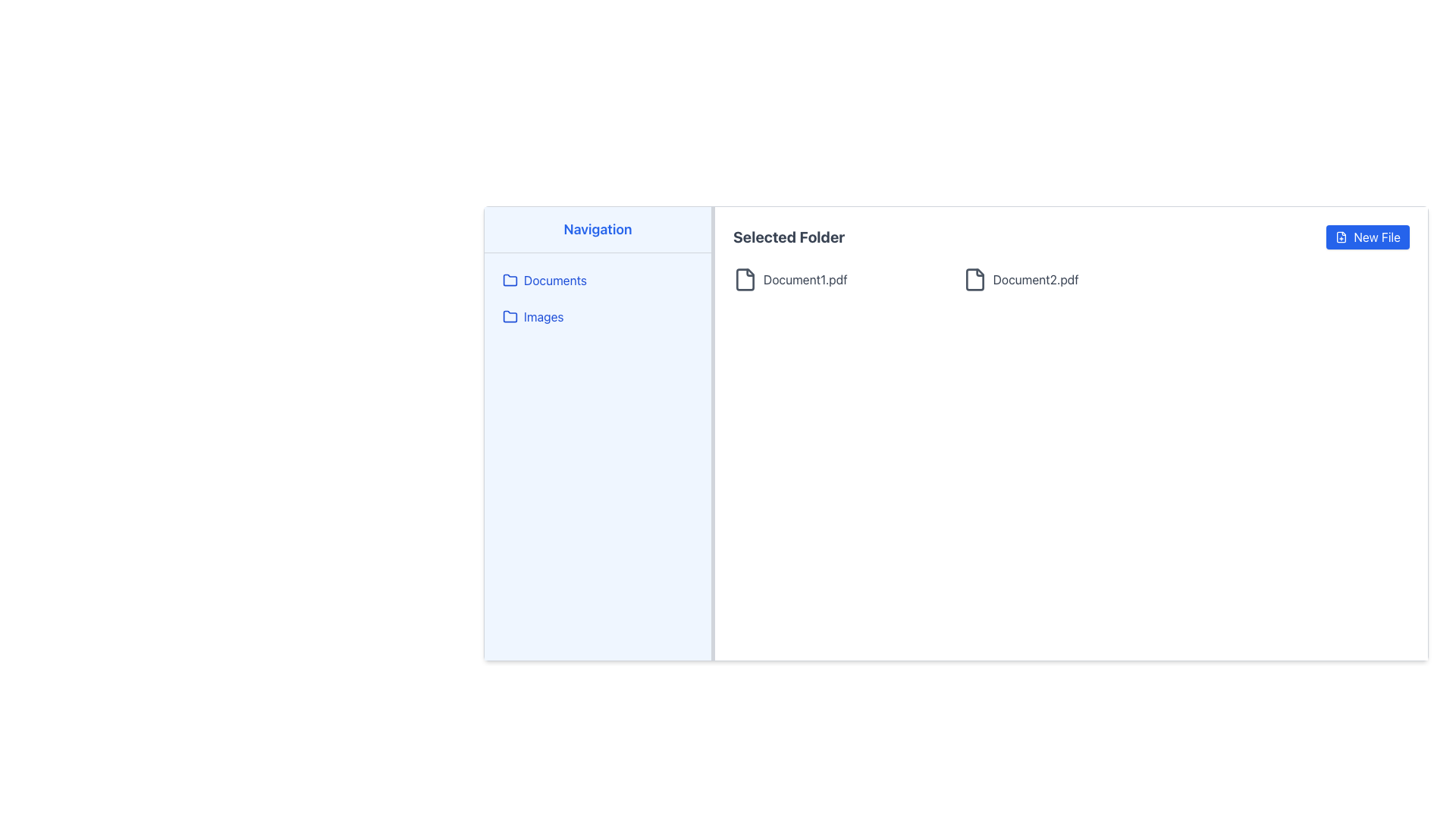 This screenshot has height=819, width=1456. Describe the element at coordinates (974, 280) in the screenshot. I see `the file icon representing 'Document2.pdf'` at that location.